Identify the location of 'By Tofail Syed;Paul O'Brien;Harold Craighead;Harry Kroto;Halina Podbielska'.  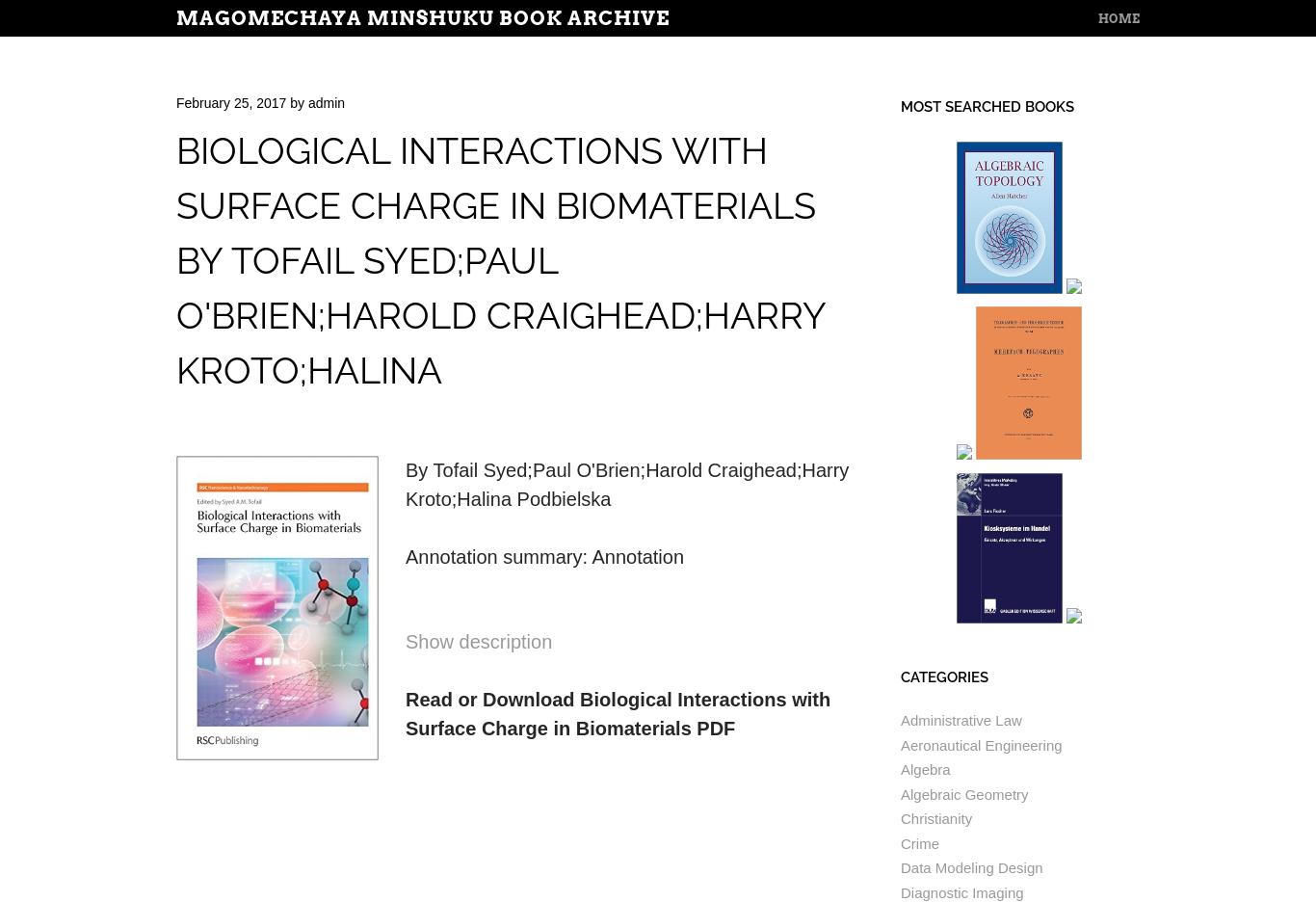
(626, 484).